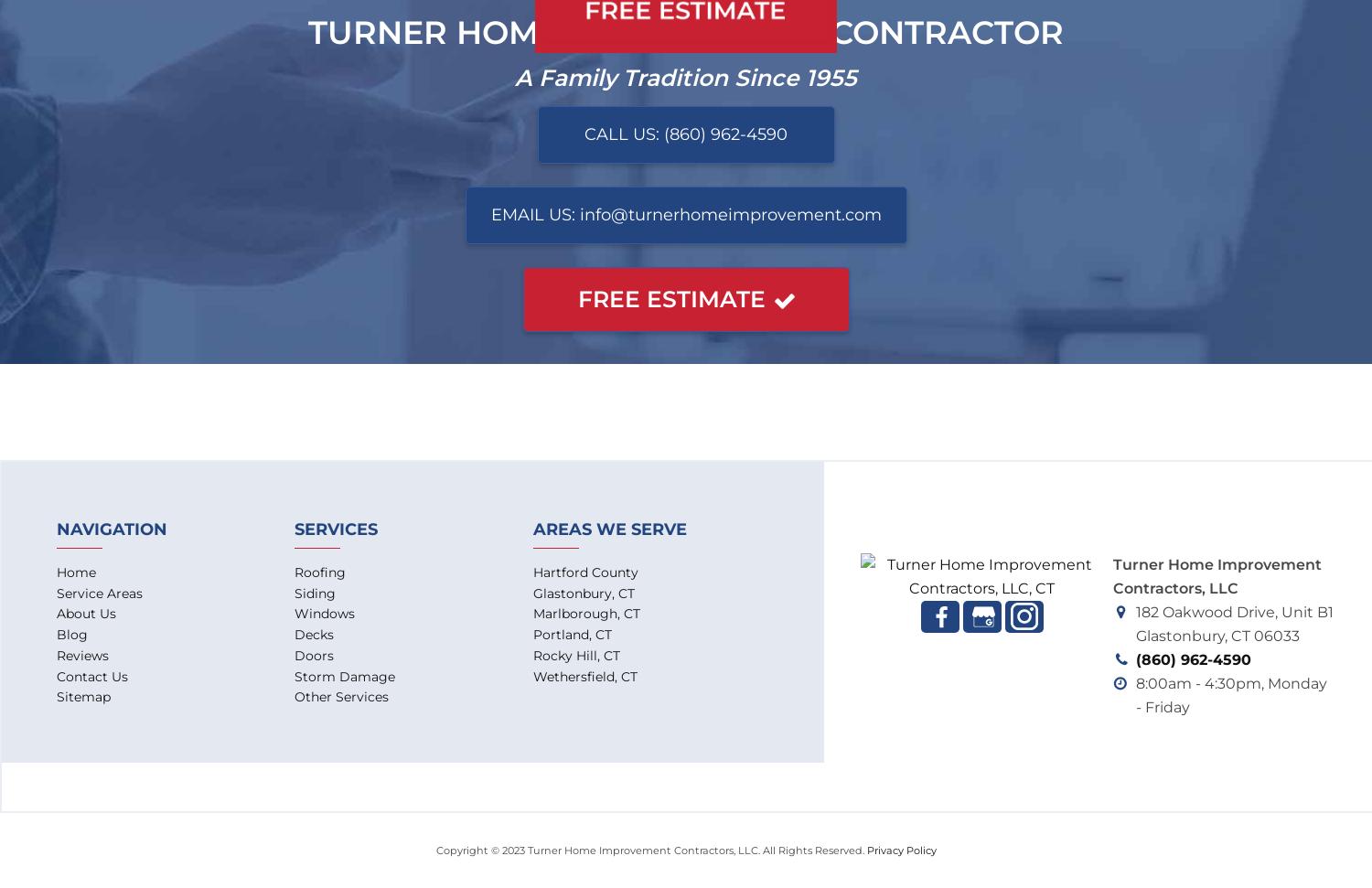  What do you see at coordinates (583, 593) in the screenshot?
I see `'Glastonbury, CT'` at bounding box center [583, 593].